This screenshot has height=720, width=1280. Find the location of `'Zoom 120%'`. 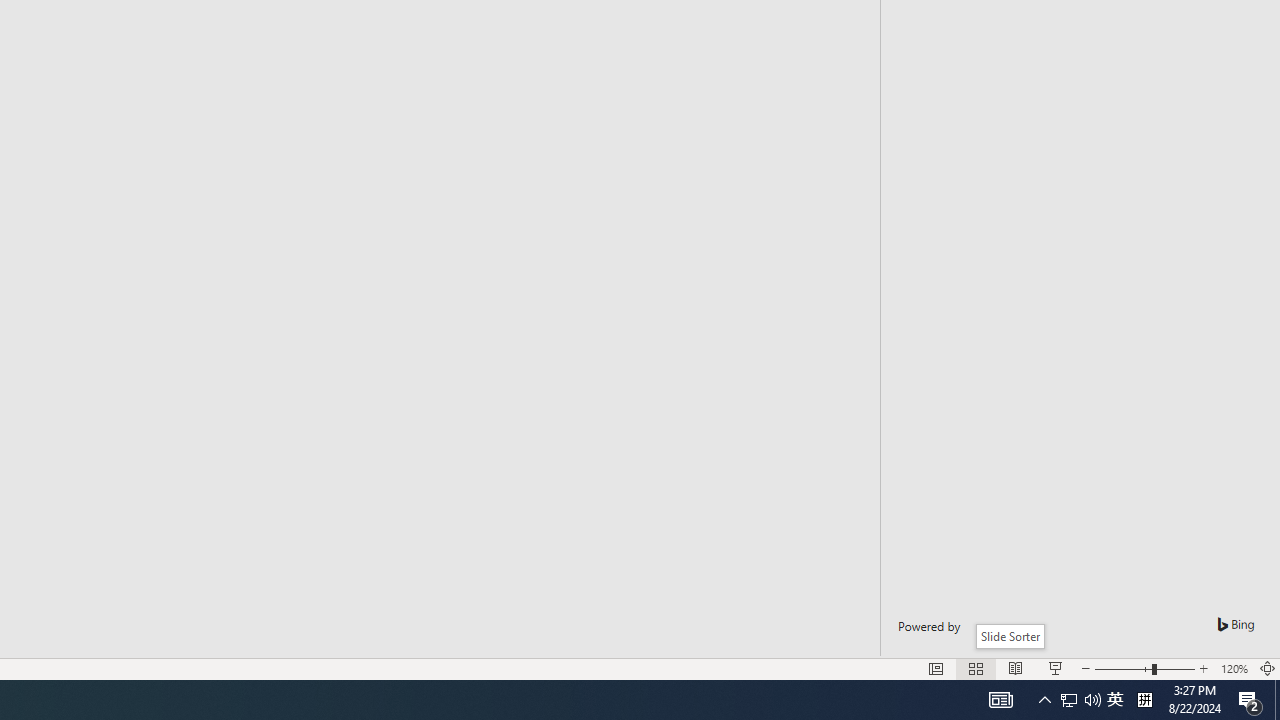

'Zoom 120%' is located at coordinates (1233, 669).